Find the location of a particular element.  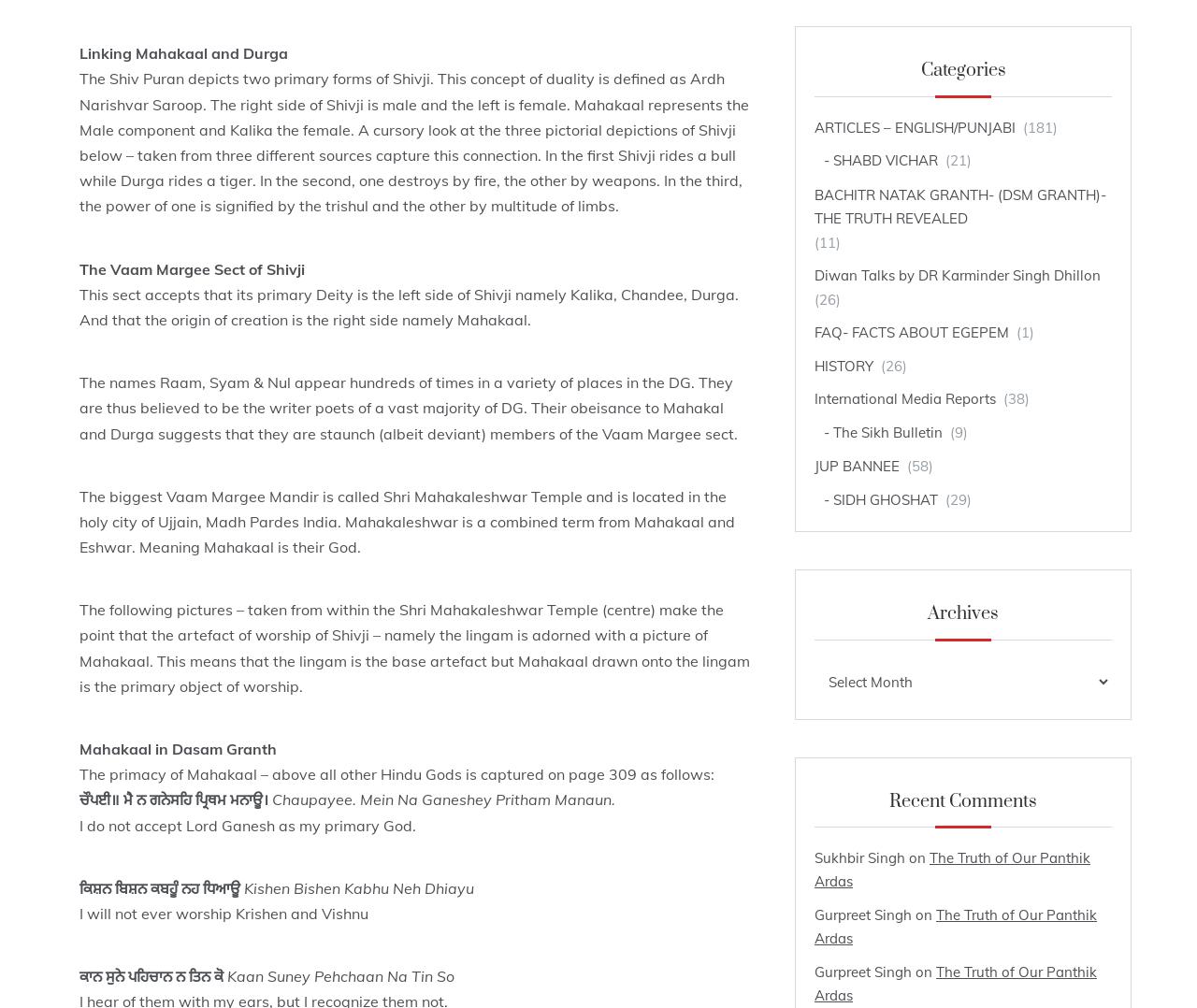

'Sukhbir Singh' is located at coordinates (858, 857).